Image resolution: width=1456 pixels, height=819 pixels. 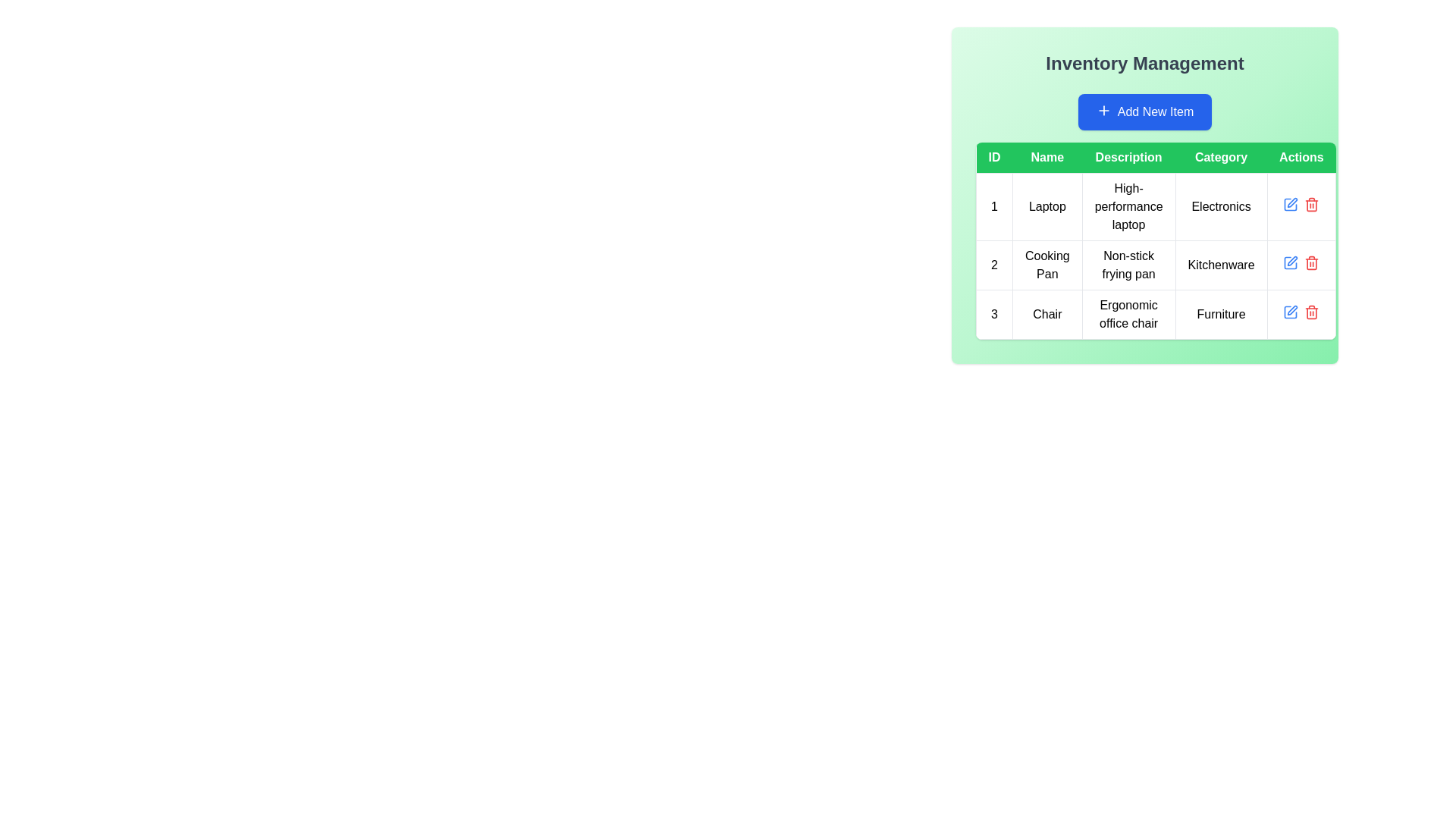 I want to click on the text label displaying 'High-performance laptop' in the 'Description' column of the table, so click(x=1128, y=207).